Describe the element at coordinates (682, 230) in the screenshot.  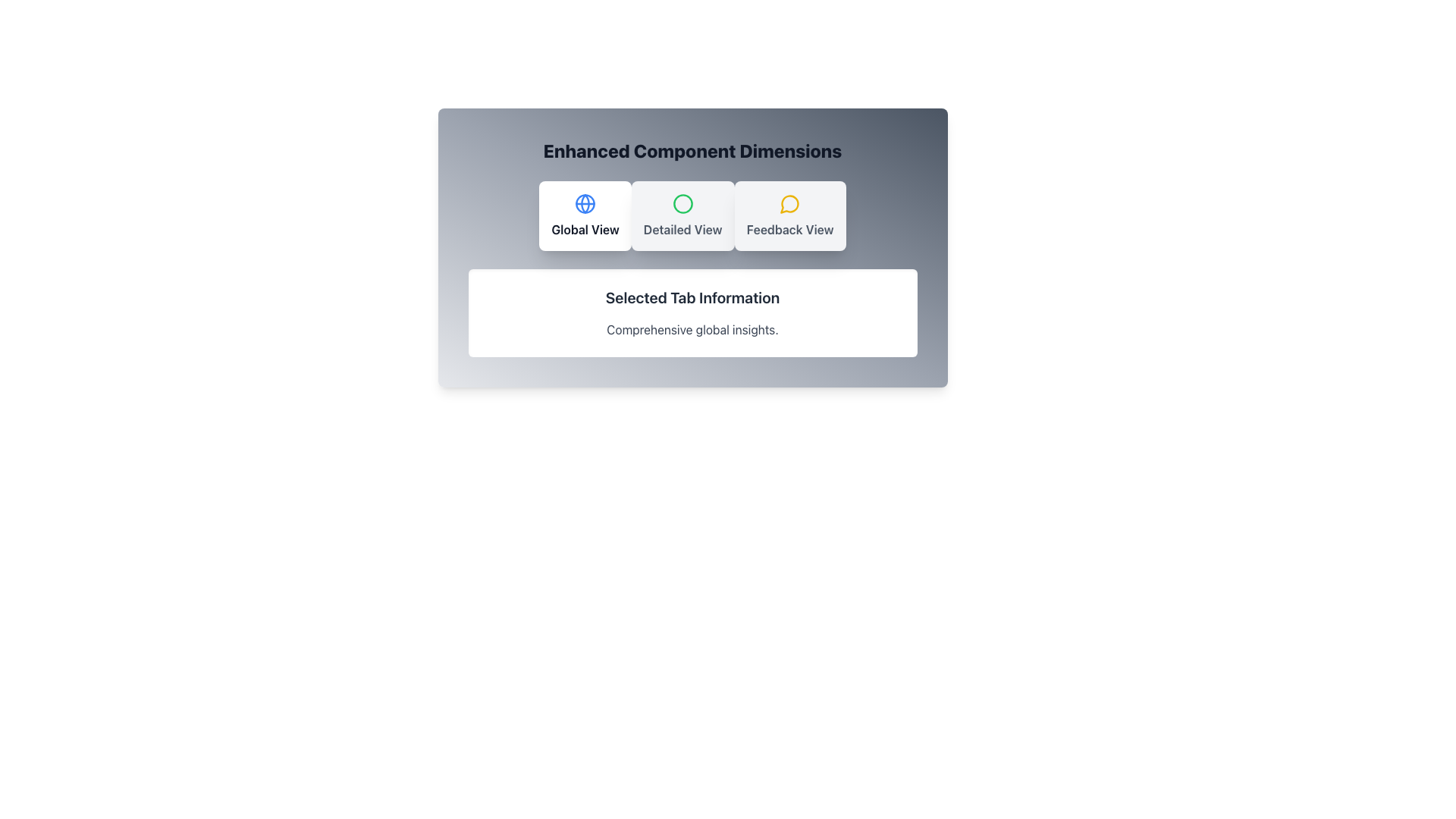
I see `text labeled 'Detailed View' which is styled in bold gray within the middle card of three under the heading 'Enhanced Component Dimensions'` at that location.